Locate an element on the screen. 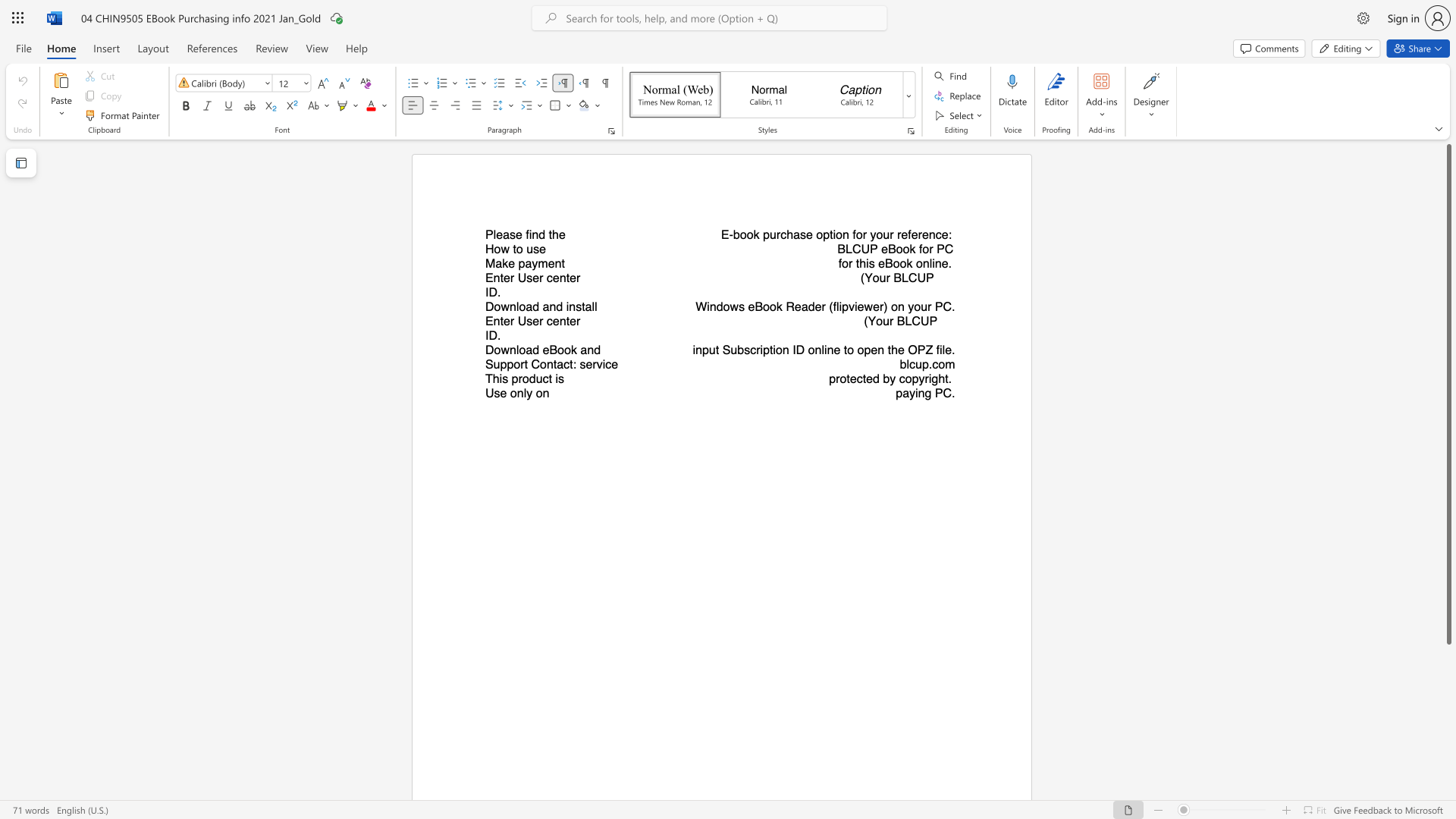 The width and height of the screenshot is (1456, 819). the subset text "CUP ID" within the text "(Your BLCUP ID." is located at coordinates (908, 278).